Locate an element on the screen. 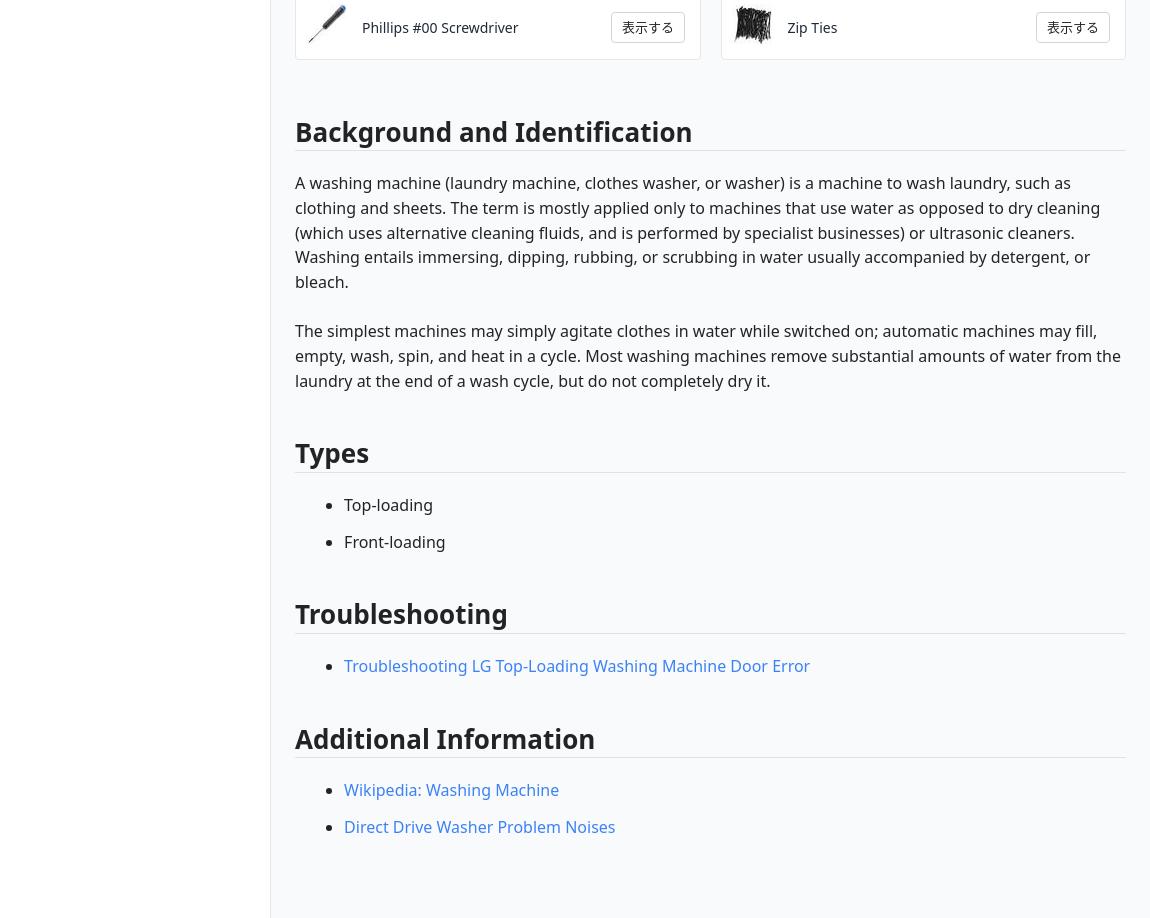  'Wikipedia: Washing Machine' is located at coordinates (343, 790).